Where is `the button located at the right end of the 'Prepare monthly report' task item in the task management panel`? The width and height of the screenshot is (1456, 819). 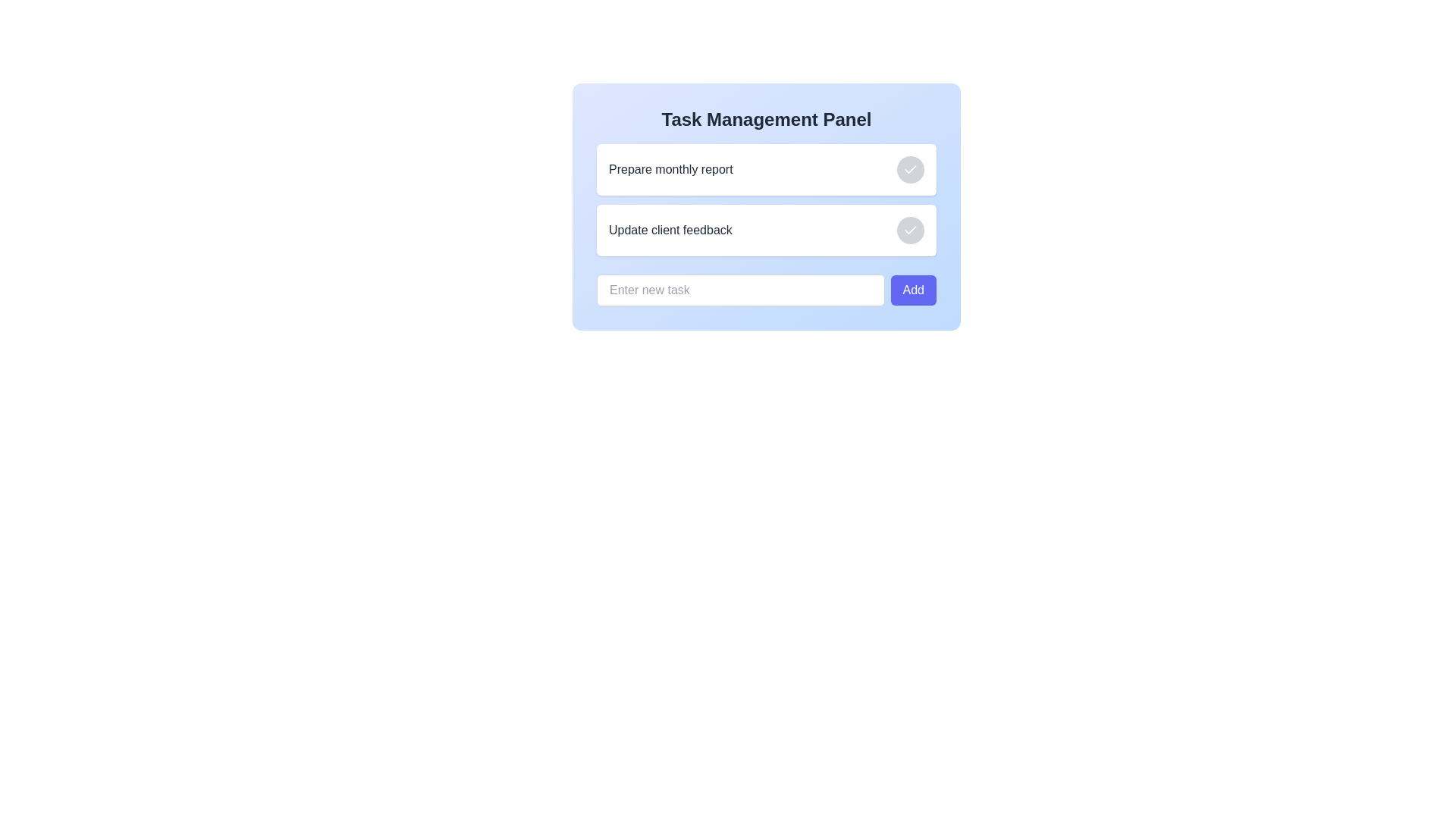 the button located at the right end of the 'Prepare monthly report' task item in the task management panel is located at coordinates (910, 169).